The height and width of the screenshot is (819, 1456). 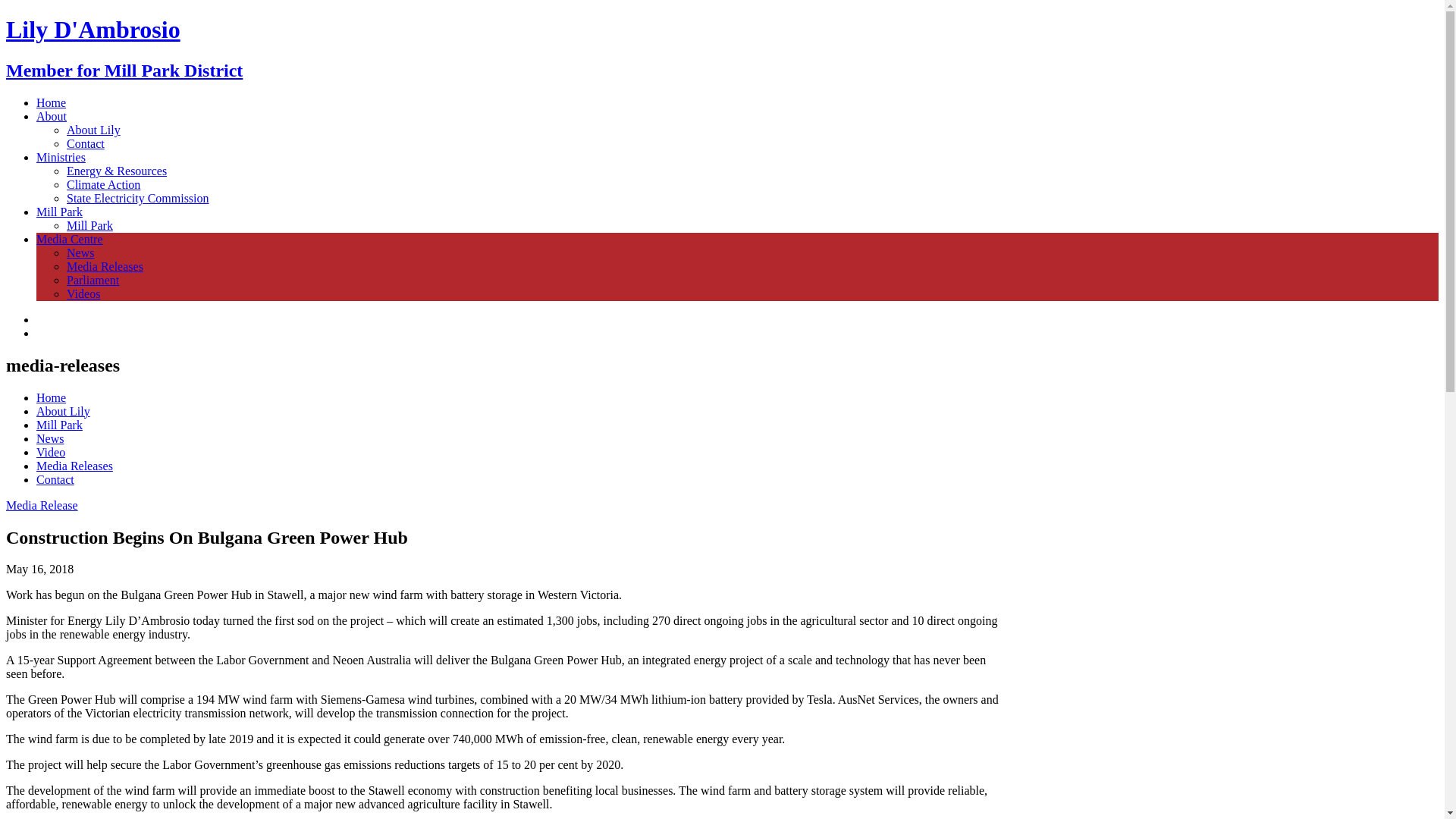 I want to click on 'Mill Park', so click(x=89, y=225).